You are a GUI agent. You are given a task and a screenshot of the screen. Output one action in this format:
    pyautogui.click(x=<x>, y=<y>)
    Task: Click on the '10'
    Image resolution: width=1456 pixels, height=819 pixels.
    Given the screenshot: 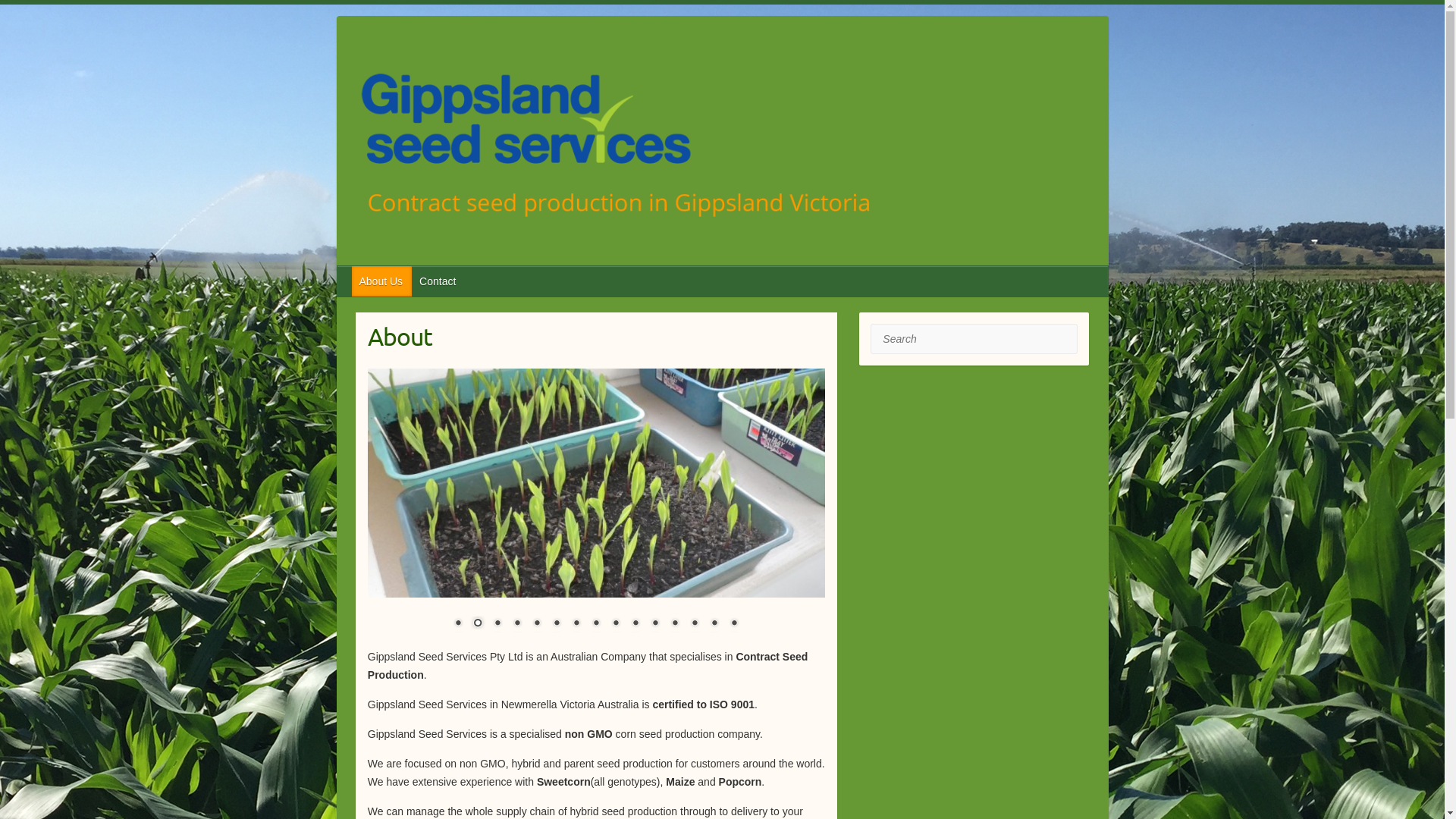 What is the action you would take?
    pyautogui.click(x=635, y=623)
    